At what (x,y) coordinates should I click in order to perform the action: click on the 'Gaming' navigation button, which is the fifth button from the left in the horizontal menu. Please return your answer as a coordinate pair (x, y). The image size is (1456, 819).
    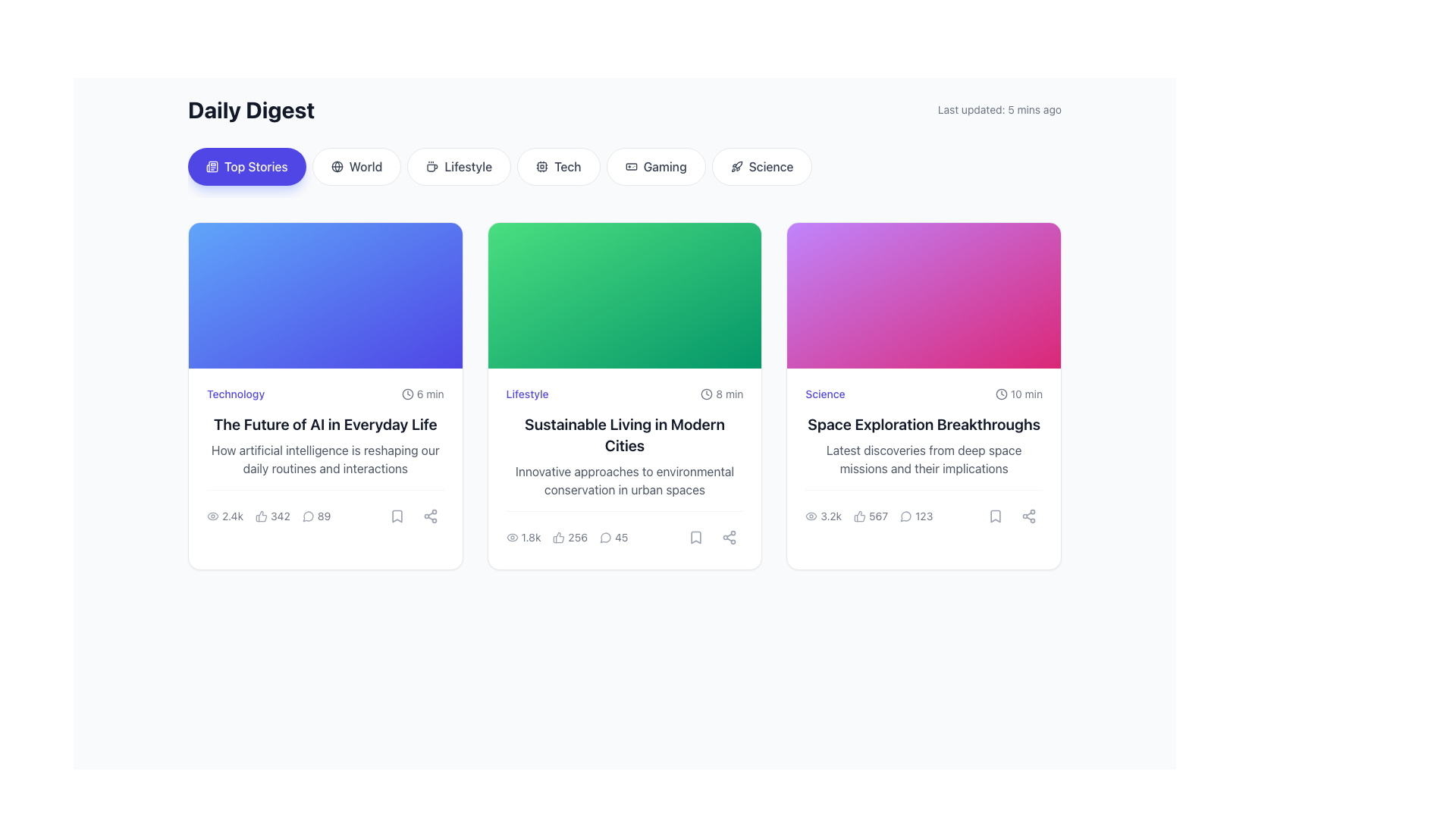
    Looking at the image, I should click on (656, 166).